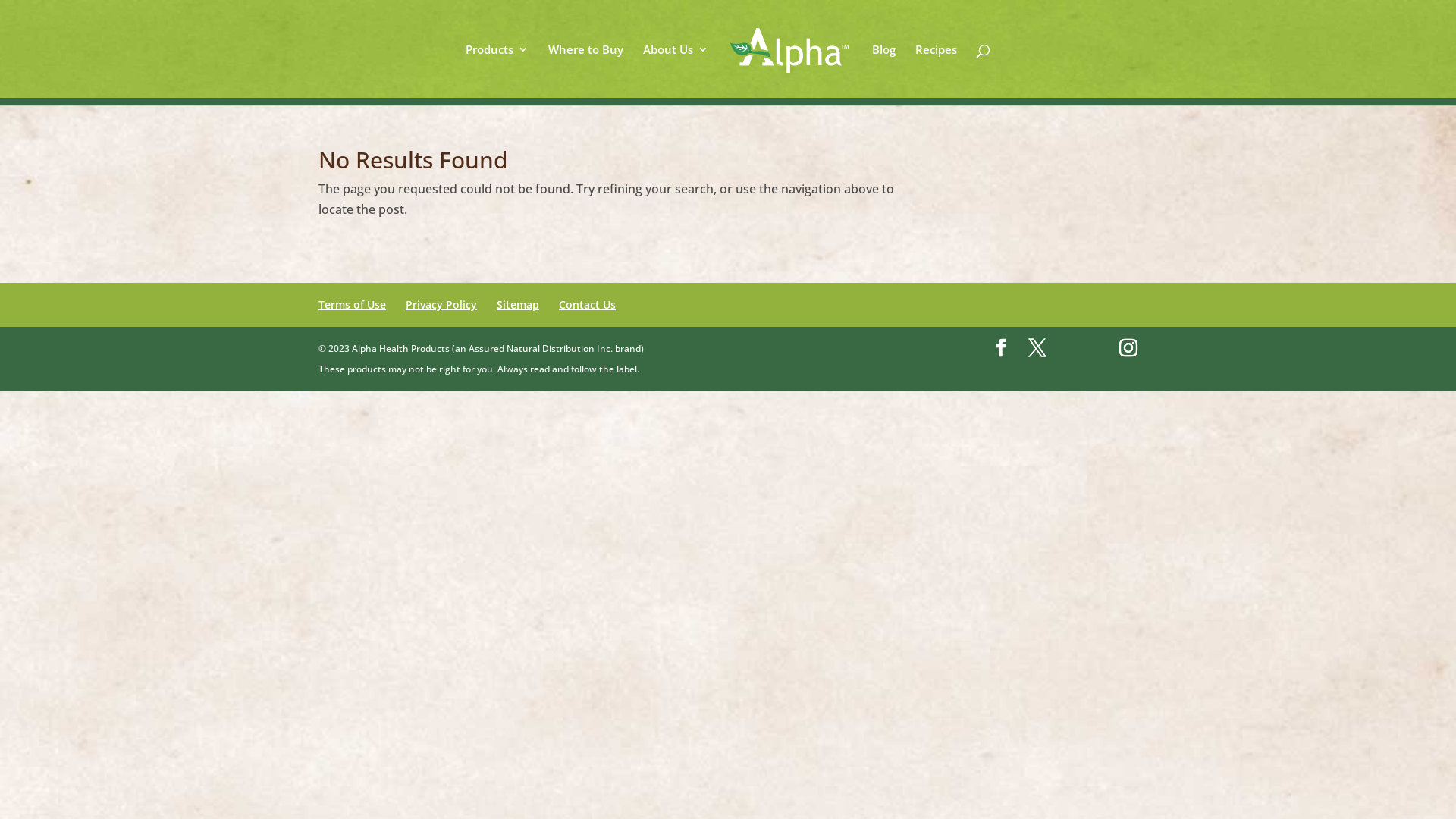  What do you see at coordinates (351, 304) in the screenshot?
I see `'Terms of Use'` at bounding box center [351, 304].